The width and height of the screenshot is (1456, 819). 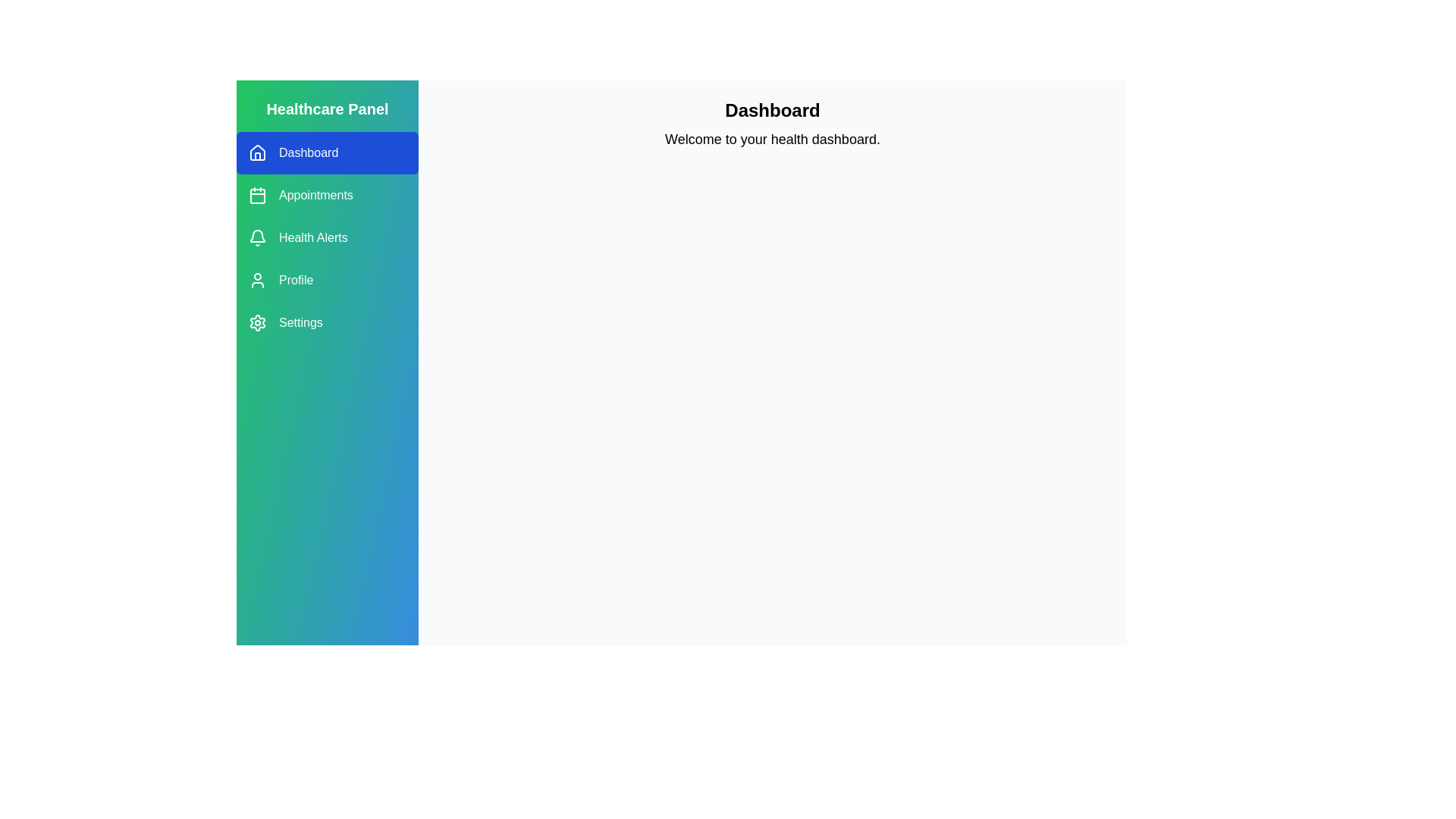 I want to click on the 'Settings' icon located in the vertical navigation menu on the left-hand side of the interface, so click(x=258, y=322).